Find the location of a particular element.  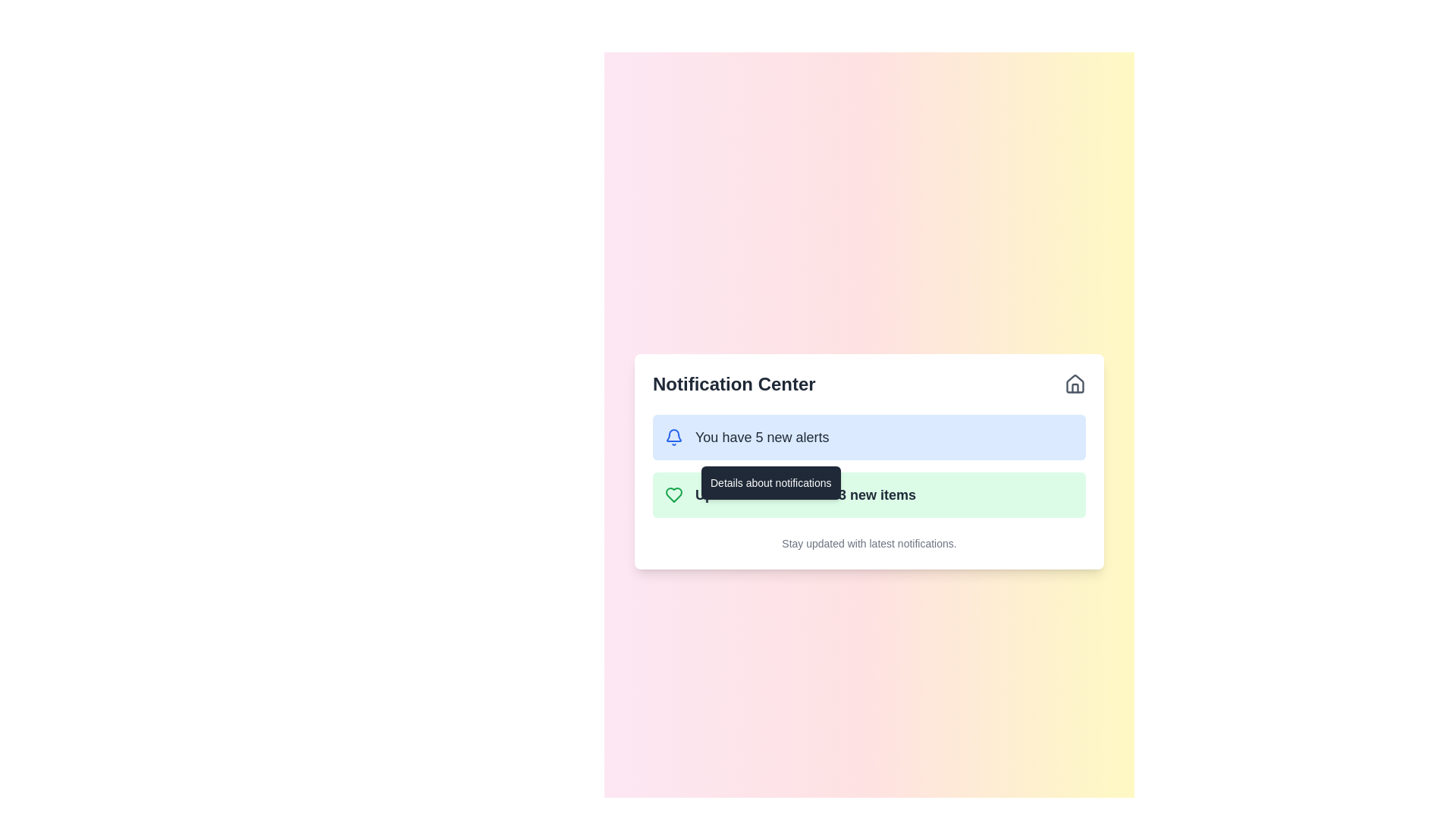

the Notification card that displays a message about an updated wishlist, located in the notification center below the blue 'You have 5 new alerts' card is located at coordinates (869, 494).